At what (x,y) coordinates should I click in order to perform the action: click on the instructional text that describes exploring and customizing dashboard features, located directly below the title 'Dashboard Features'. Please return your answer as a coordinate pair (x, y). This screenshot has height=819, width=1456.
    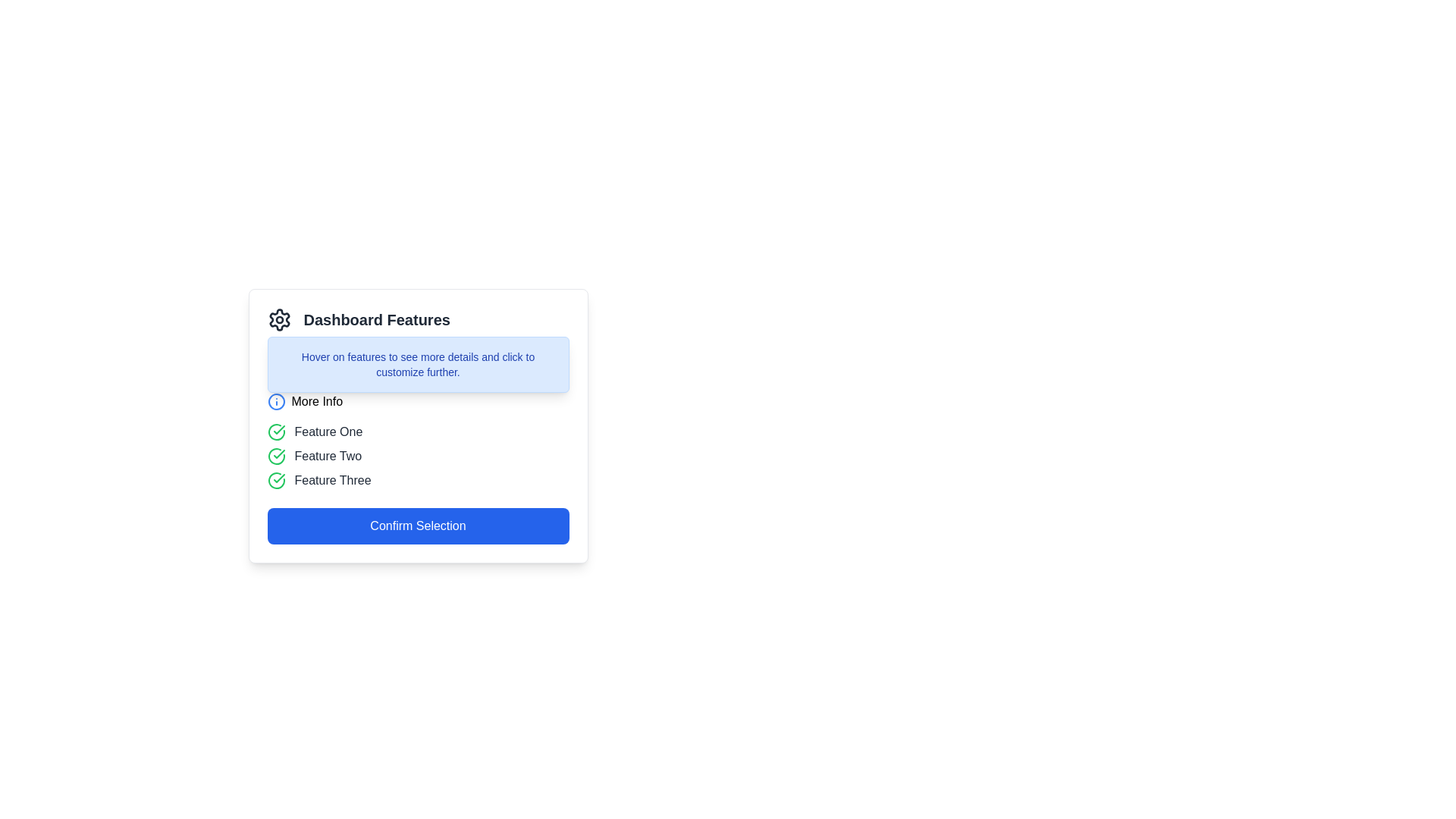
    Looking at the image, I should click on (418, 359).